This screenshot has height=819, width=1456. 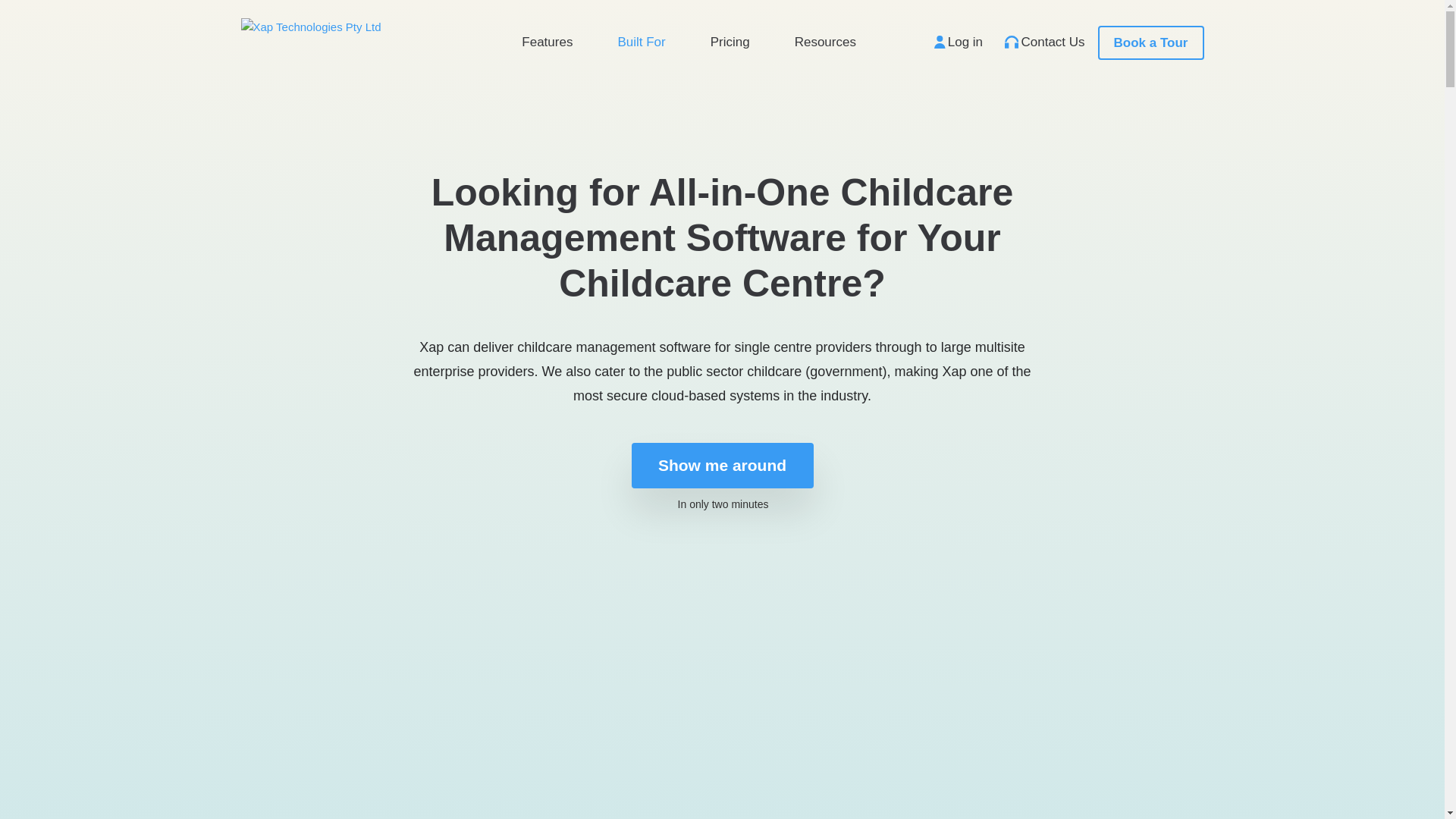 I want to click on 'Log in', so click(x=924, y=40).